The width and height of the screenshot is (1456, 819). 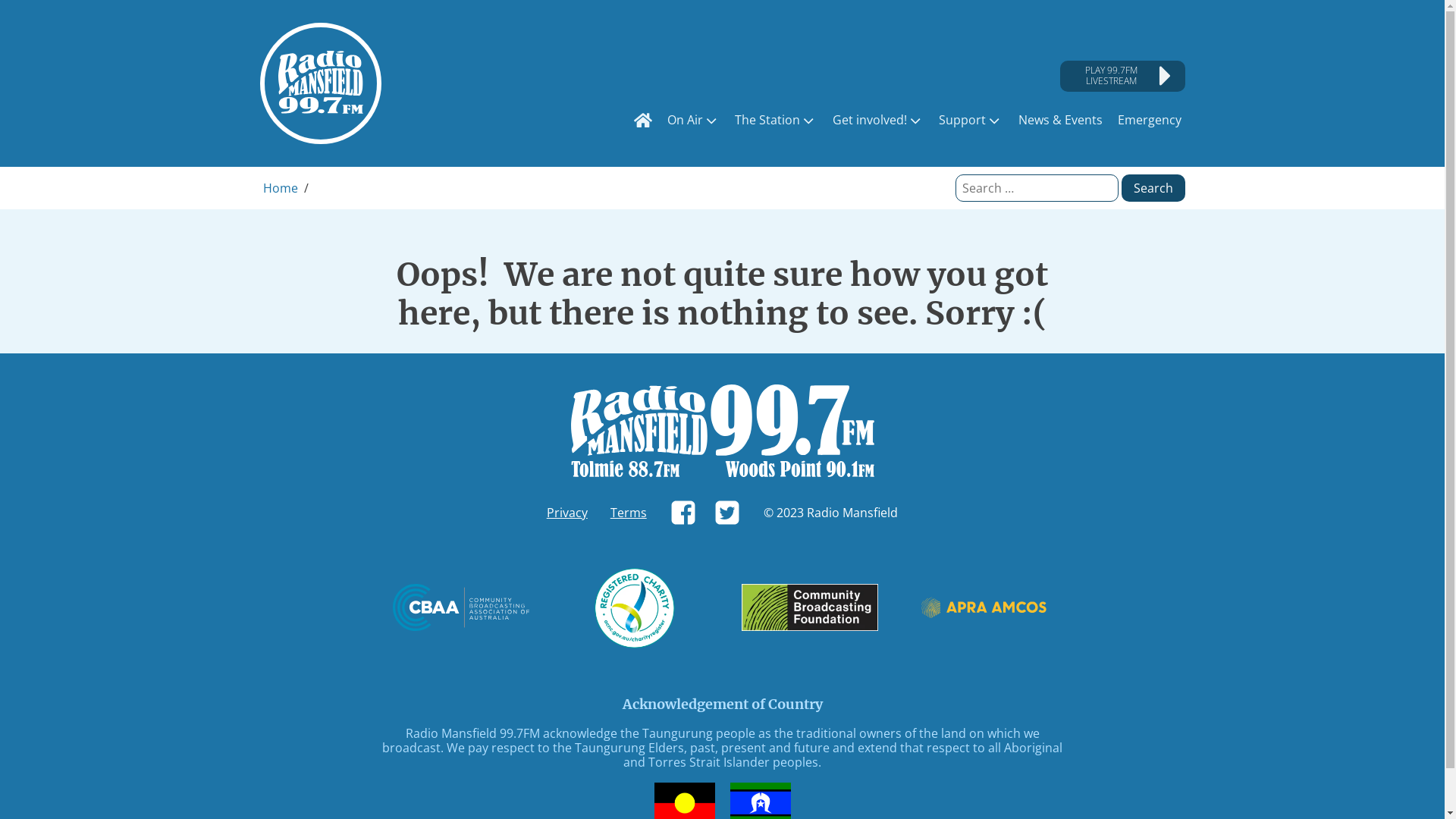 I want to click on 'PLAY 99.7FM LIVESTREAM', so click(x=1122, y=76).